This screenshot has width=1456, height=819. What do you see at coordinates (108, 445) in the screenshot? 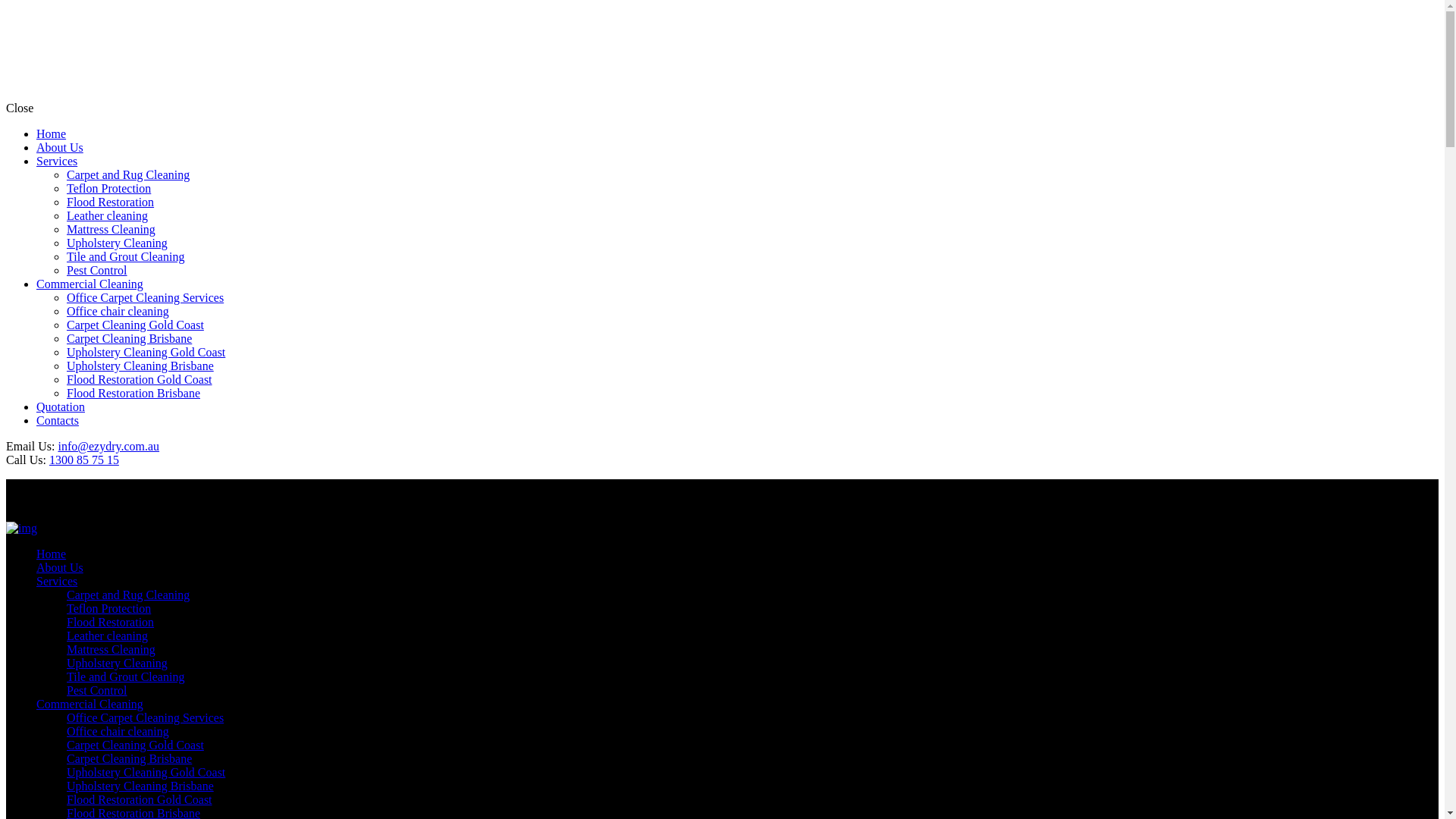
I see `'info@ezydry.com.au'` at bounding box center [108, 445].